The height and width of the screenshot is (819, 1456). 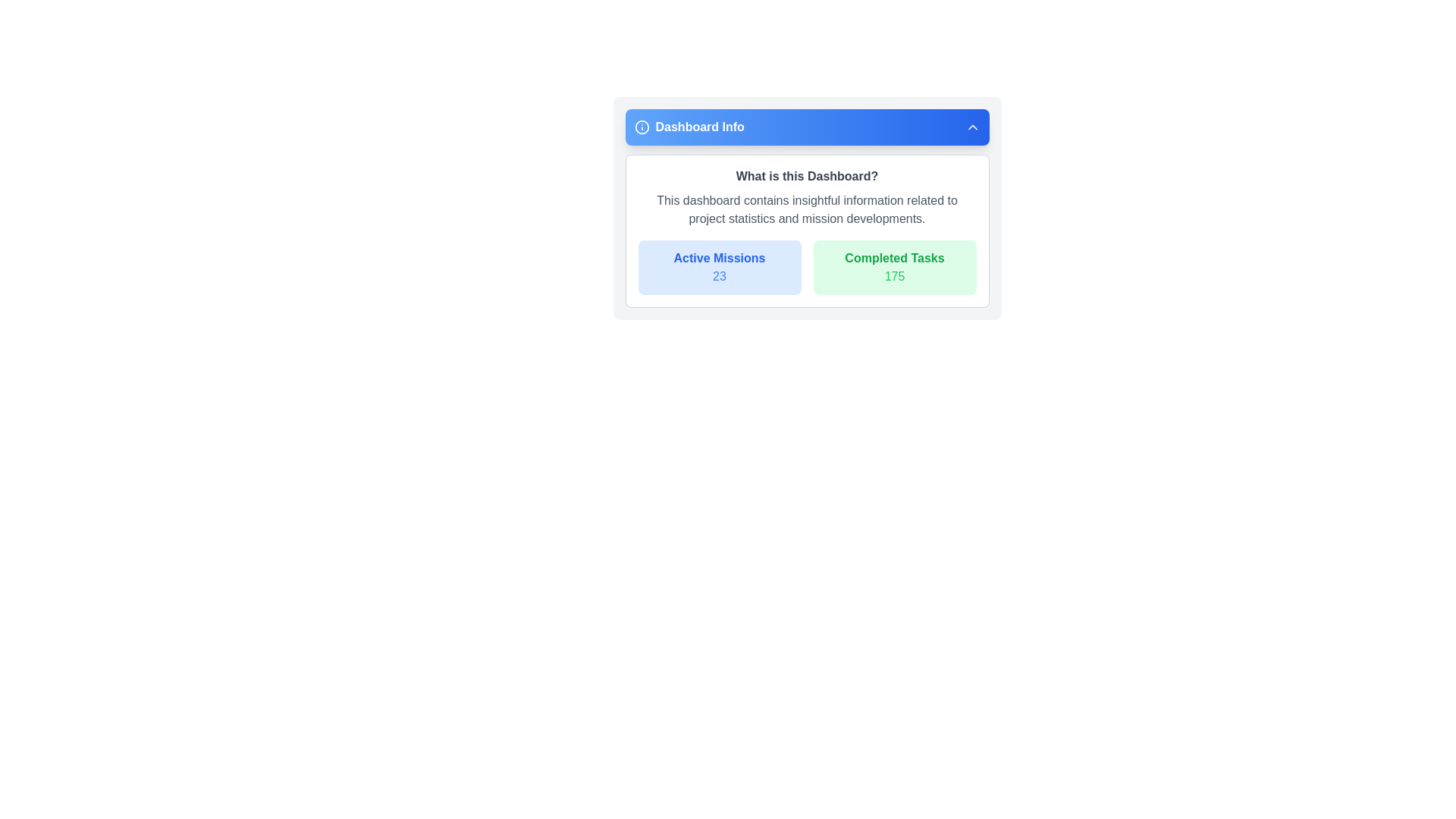 I want to click on the static text element that provides contextual information about the dashboard, which is positioned centrally below the title 'What is this Dashboard?' and above the metrics for 'Active Missions' and 'Completed Tasks', so click(x=806, y=210).